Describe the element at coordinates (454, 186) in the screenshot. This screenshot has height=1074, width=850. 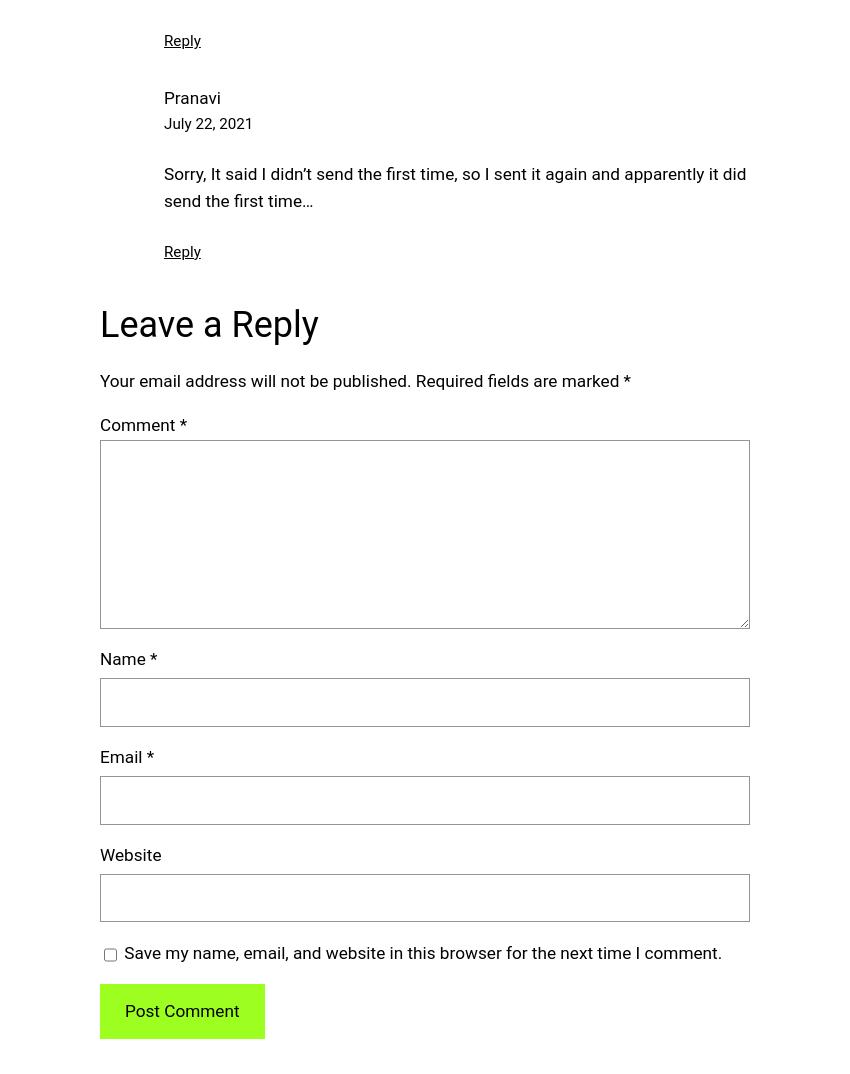
I see `'Sorry, It said I didn’t send the first time, so I sent it again and apparently it did send the first time…'` at that location.